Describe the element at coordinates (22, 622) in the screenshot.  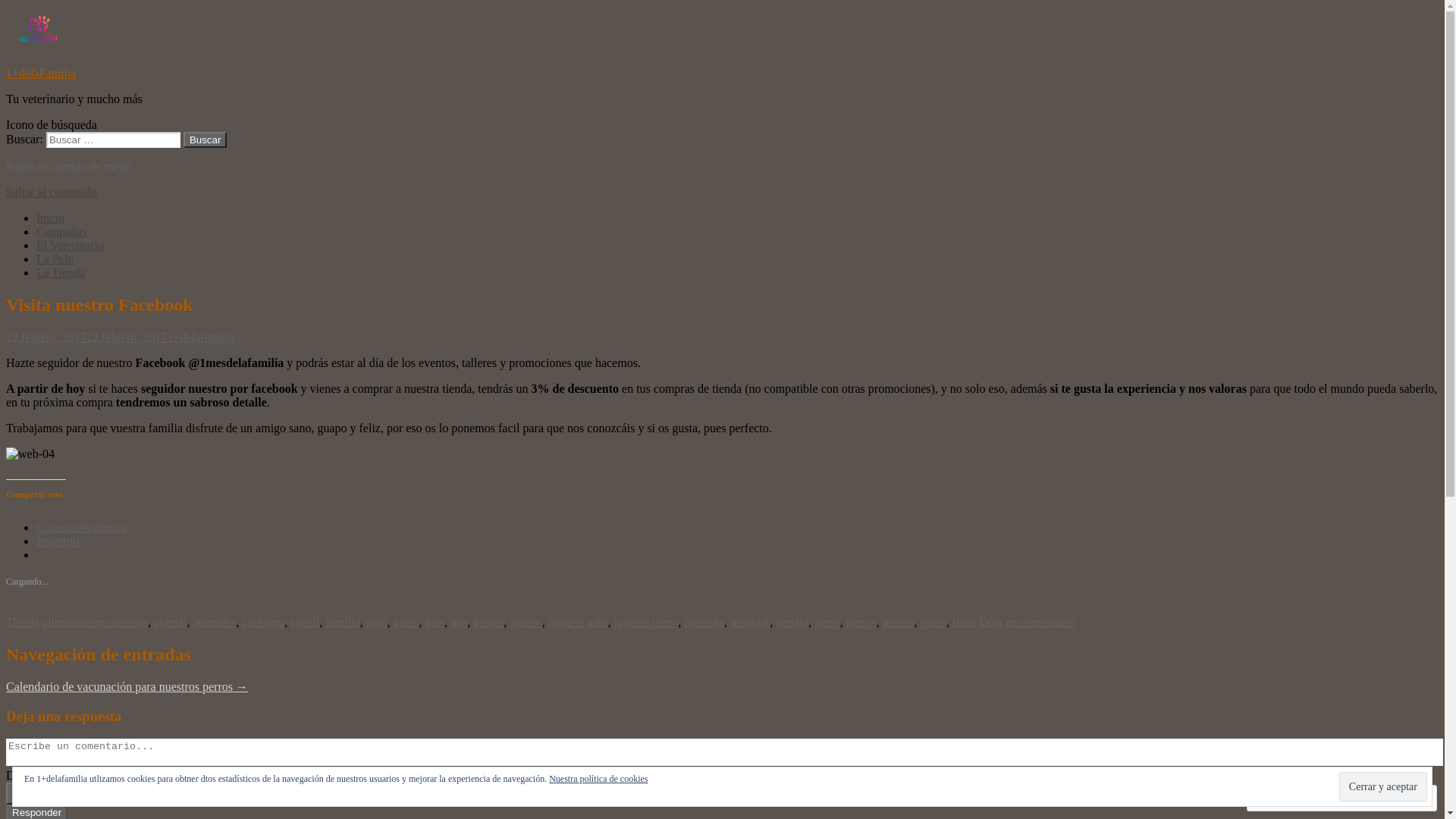
I see `'Tienda'` at that location.